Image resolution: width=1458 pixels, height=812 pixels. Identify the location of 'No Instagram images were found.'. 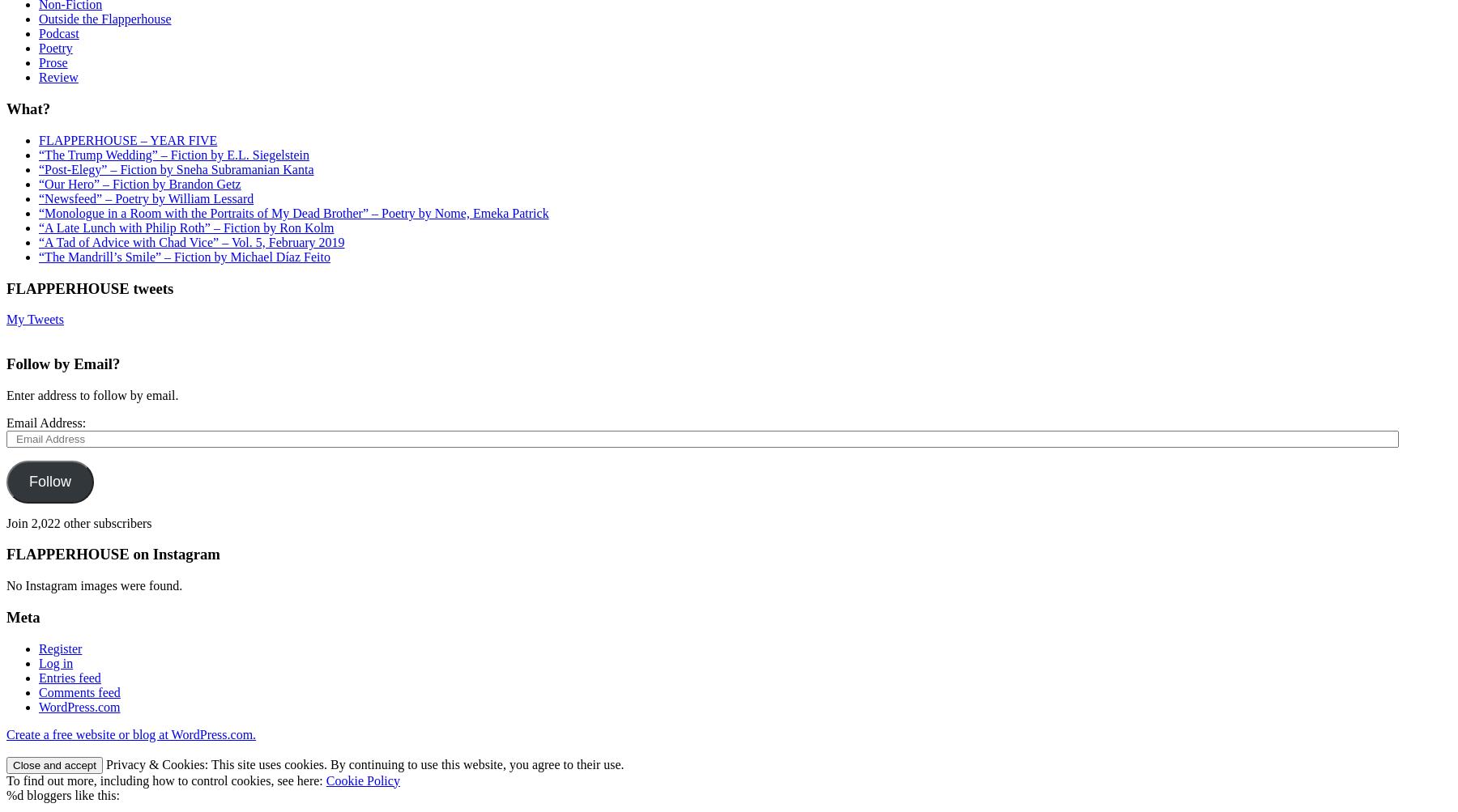
(94, 585).